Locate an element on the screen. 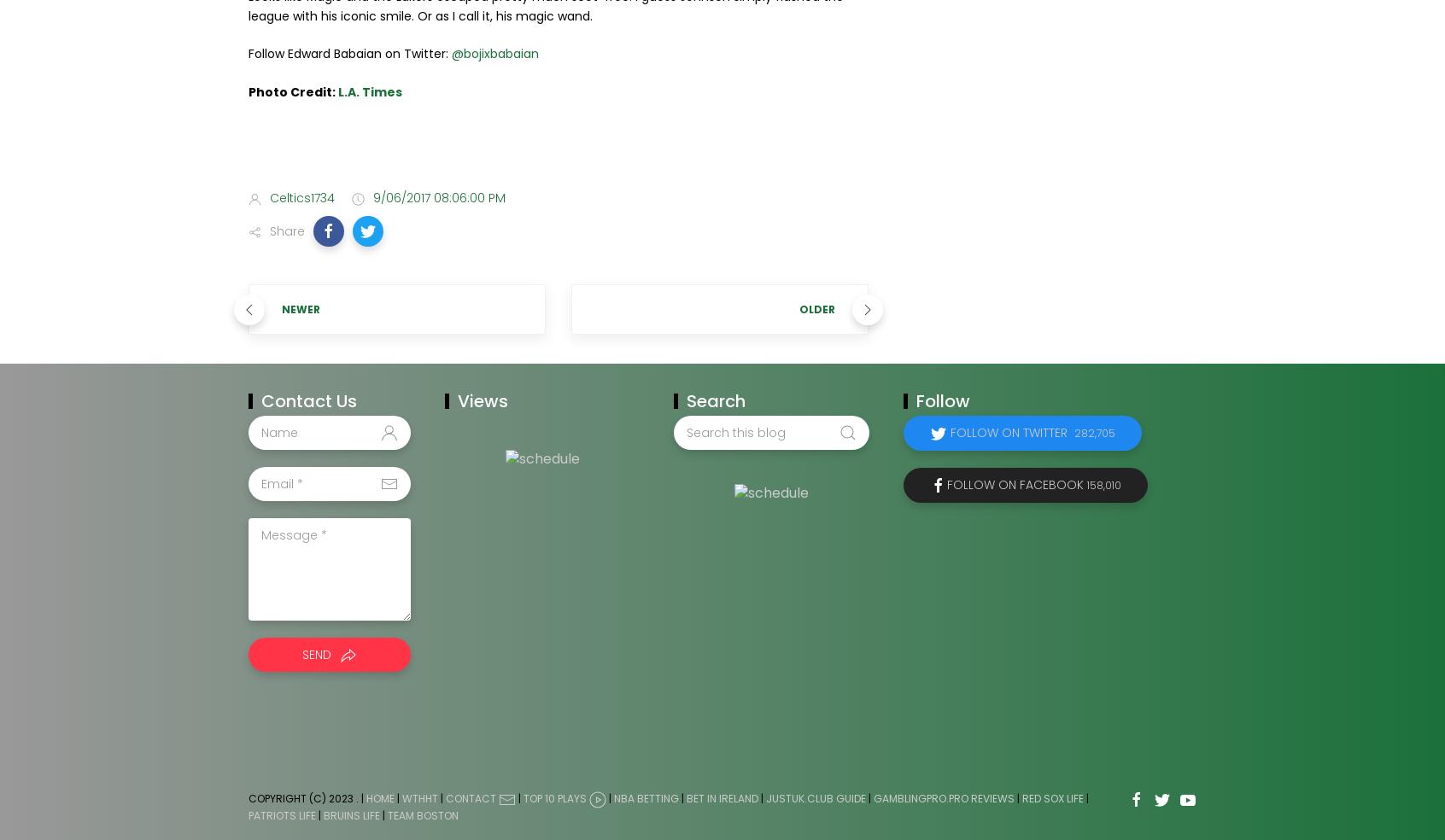 The height and width of the screenshot is (840, 1445). '@bojixbabaian' is located at coordinates (494, 52).